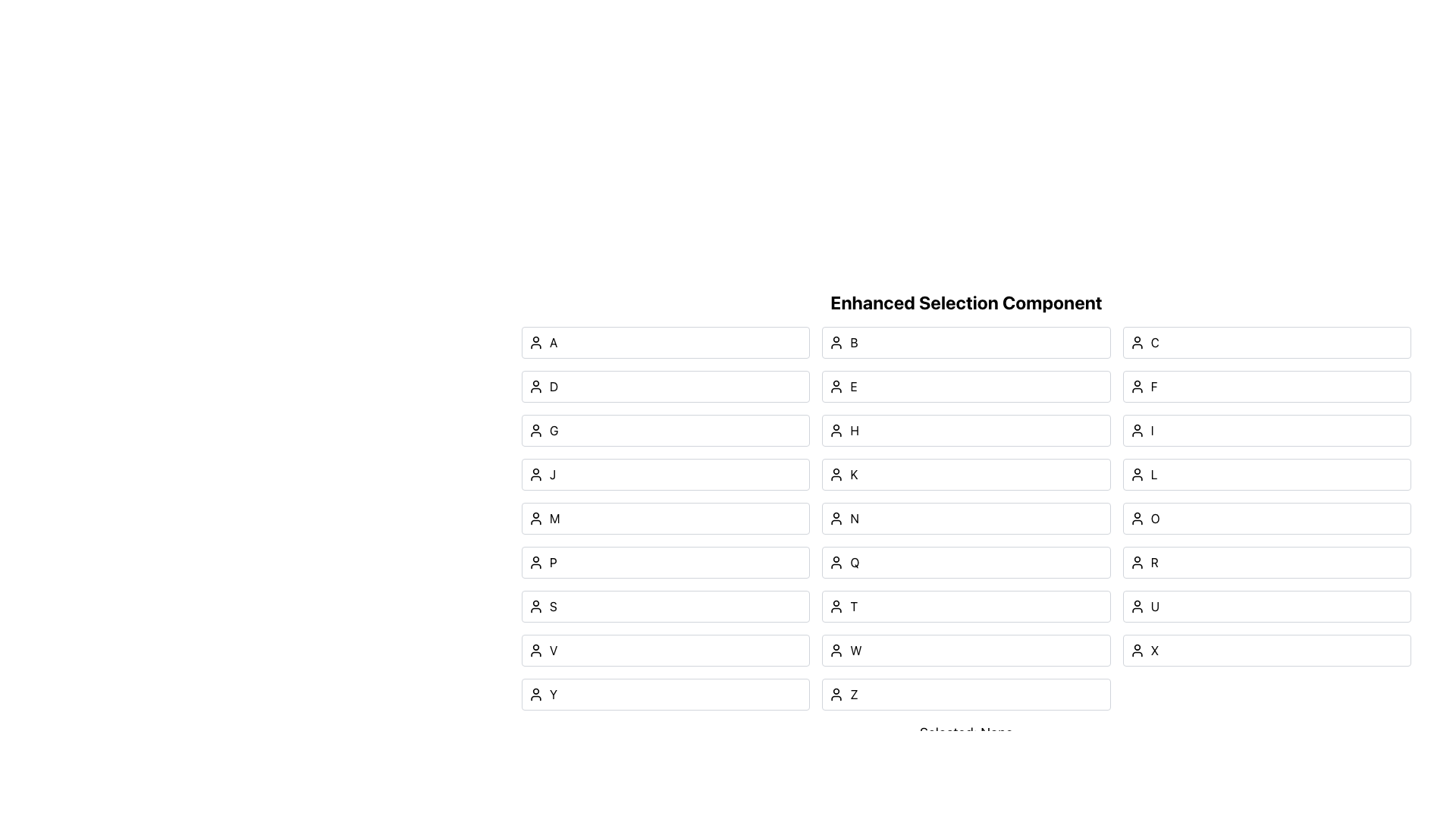  Describe the element at coordinates (1137, 562) in the screenshot. I see `the user icon outlined in black with rounded edges that is located in the selection box containing the letter 'R', situated in the fifth column and fourth row of the Enhanced Selection Component interface` at that location.